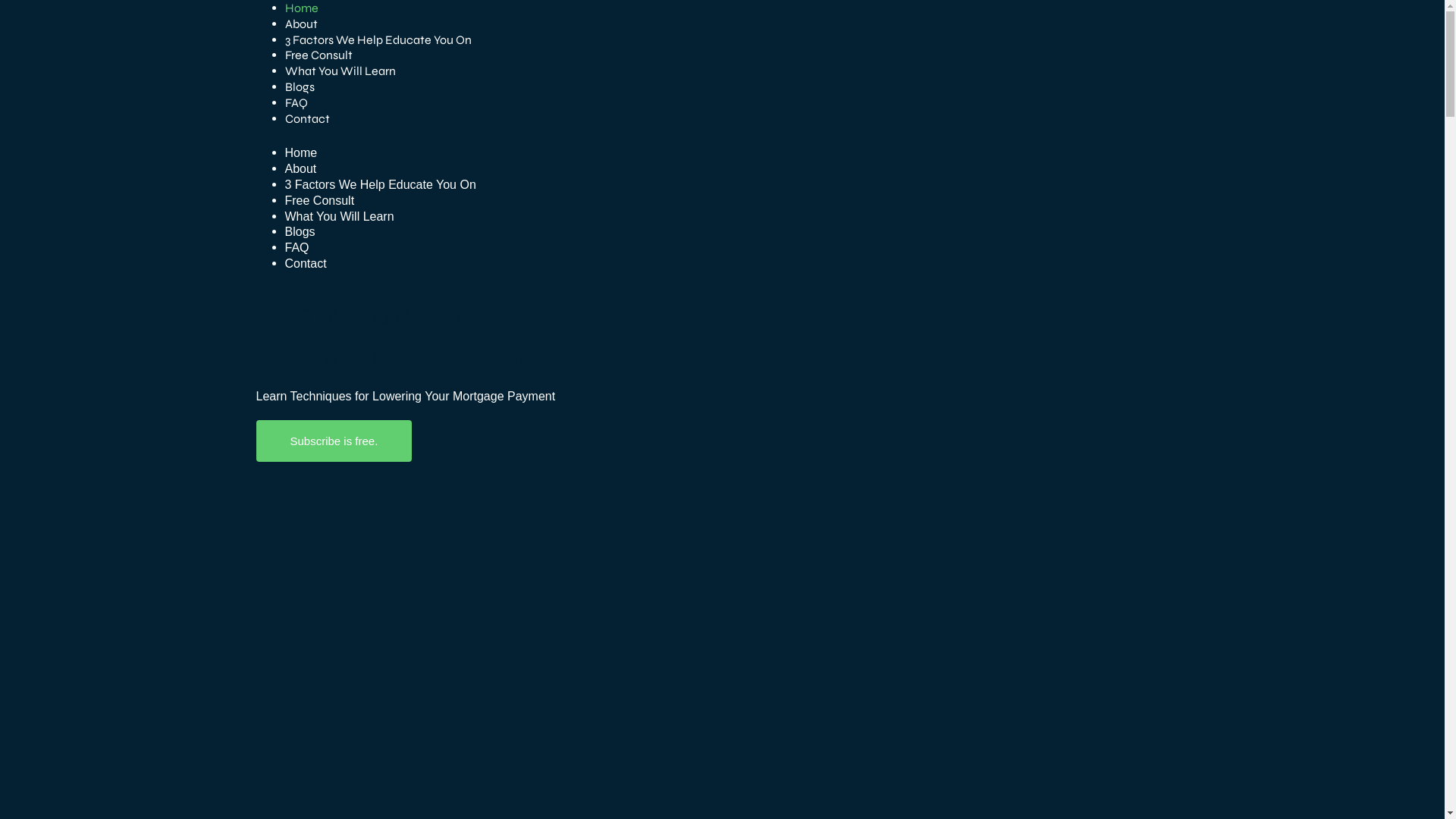  What do you see at coordinates (284, 118) in the screenshot?
I see `'Contact'` at bounding box center [284, 118].